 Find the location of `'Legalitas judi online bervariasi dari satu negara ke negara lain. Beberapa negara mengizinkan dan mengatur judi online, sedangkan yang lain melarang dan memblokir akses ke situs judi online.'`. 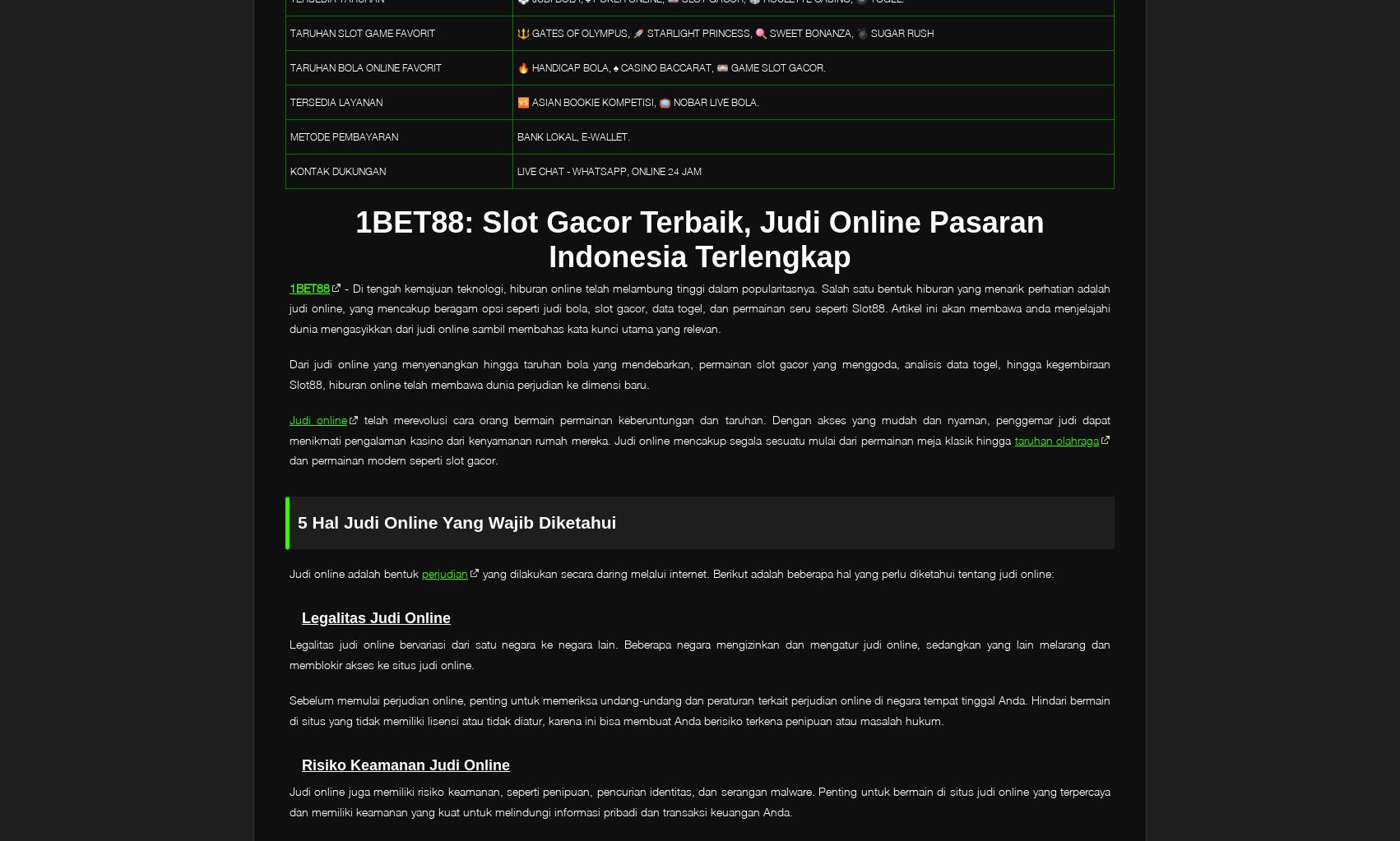

'Legalitas judi online bervariasi dari satu negara ke negara lain. Beberapa negara mengizinkan dan mengatur judi online, sedangkan yang lain melarang dan memblokir akses ke situs judi online.' is located at coordinates (700, 654).